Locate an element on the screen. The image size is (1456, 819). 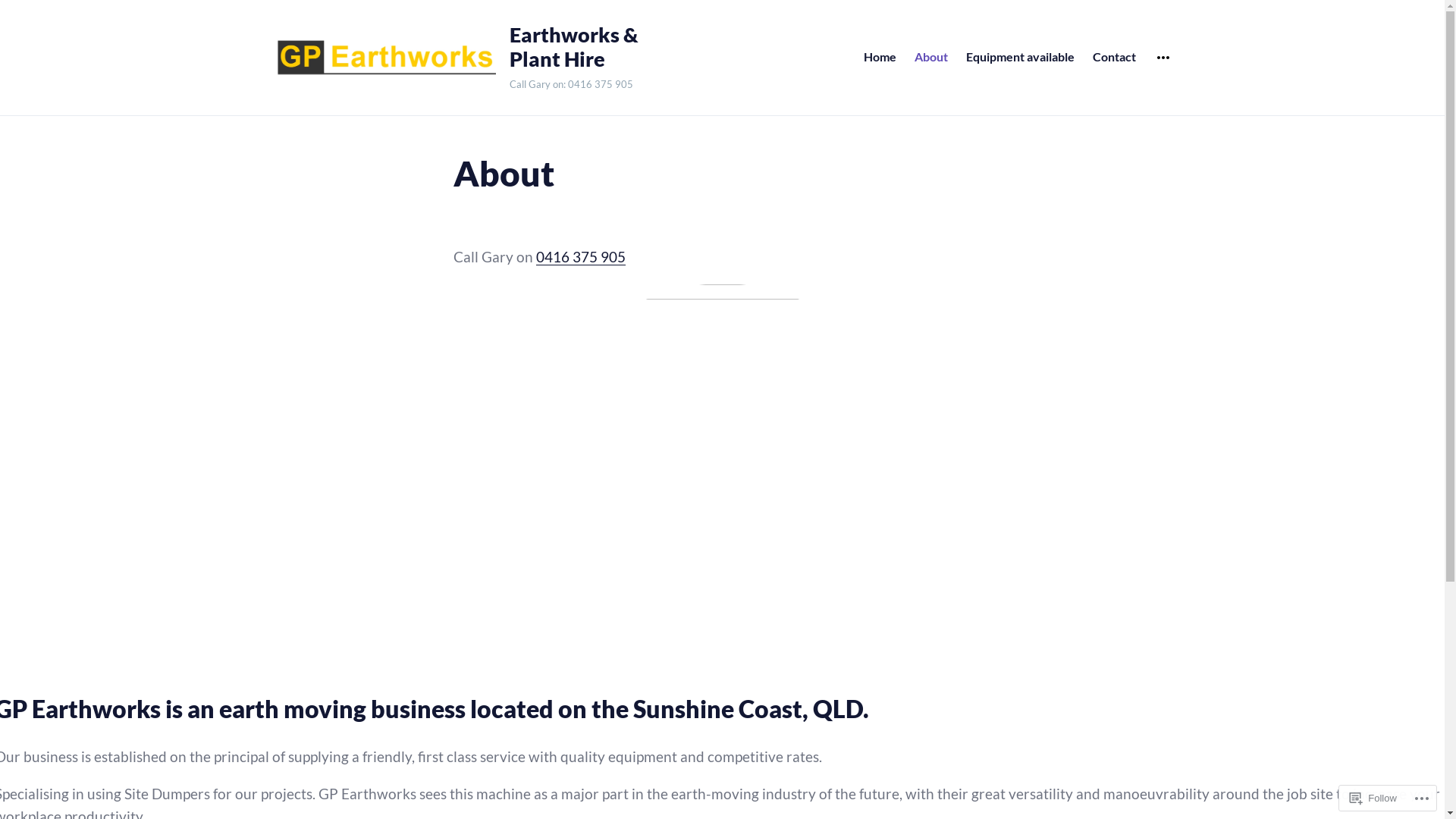
'Home' is located at coordinates (880, 56).